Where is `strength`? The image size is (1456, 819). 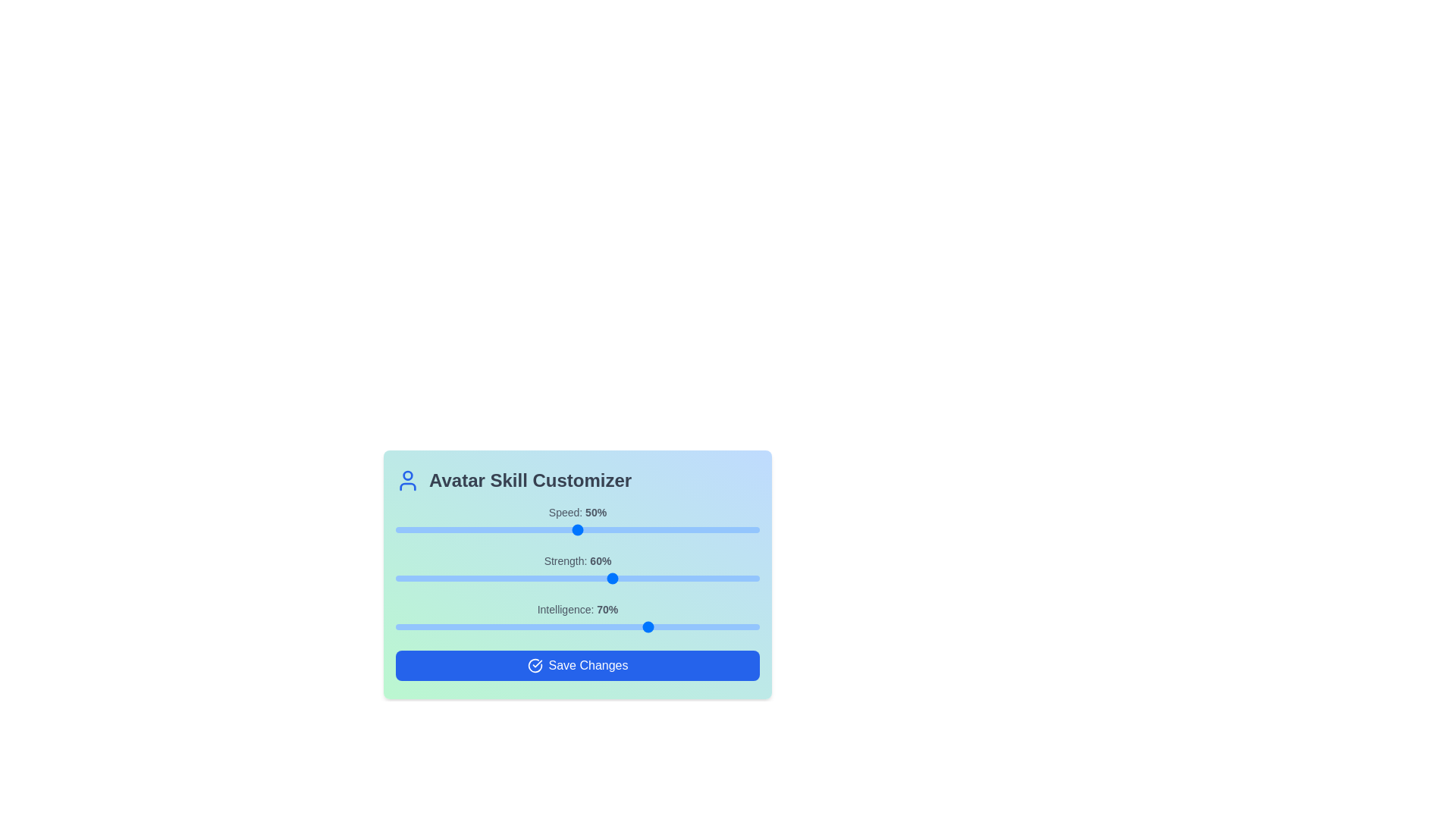
strength is located at coordinates (431, 579).